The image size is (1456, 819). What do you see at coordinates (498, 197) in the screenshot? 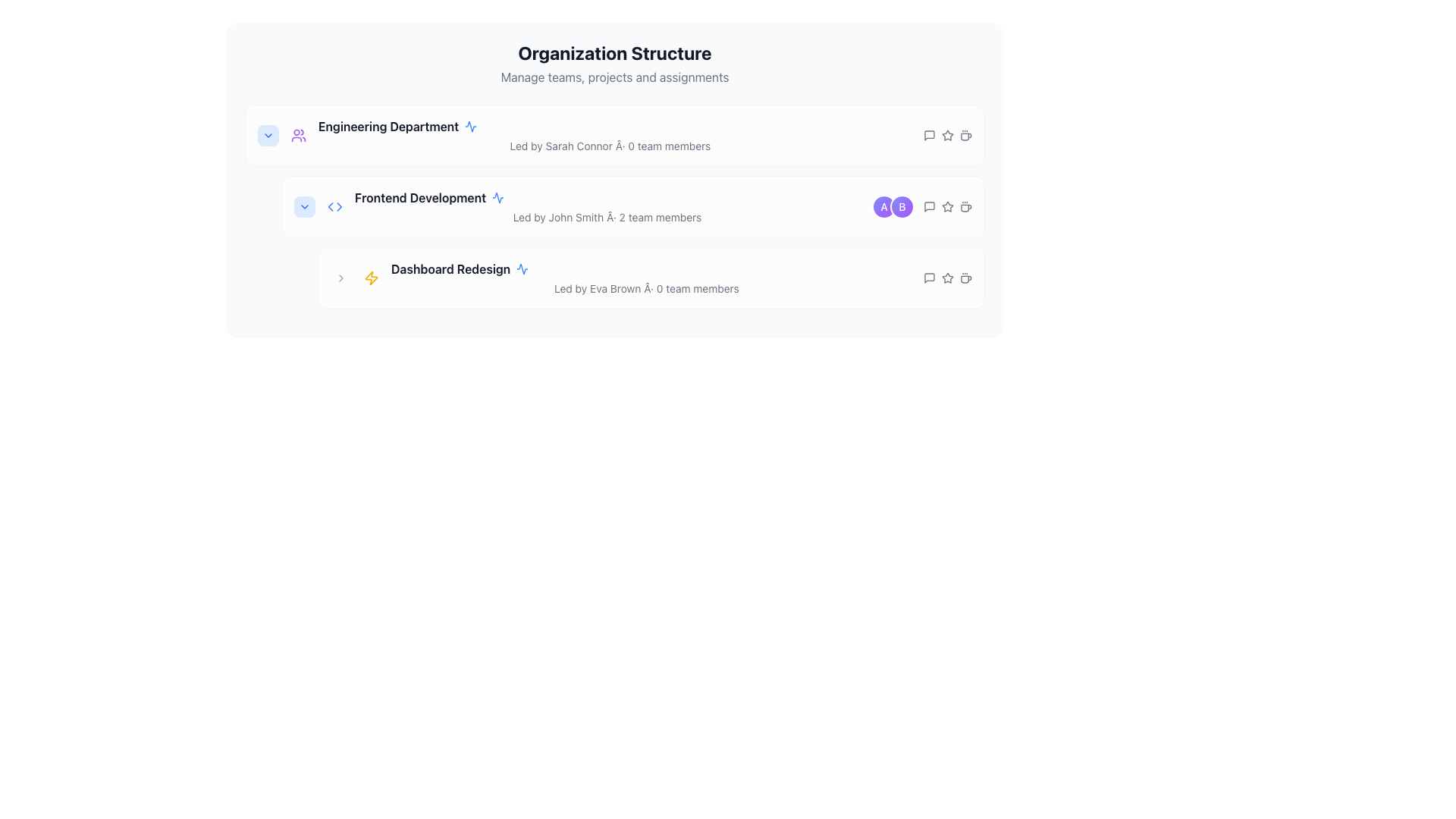
I see `the compact blue icon associated with the 'Frontend Development' entry in the hierarchical list view` at bounding box center [498, 197].